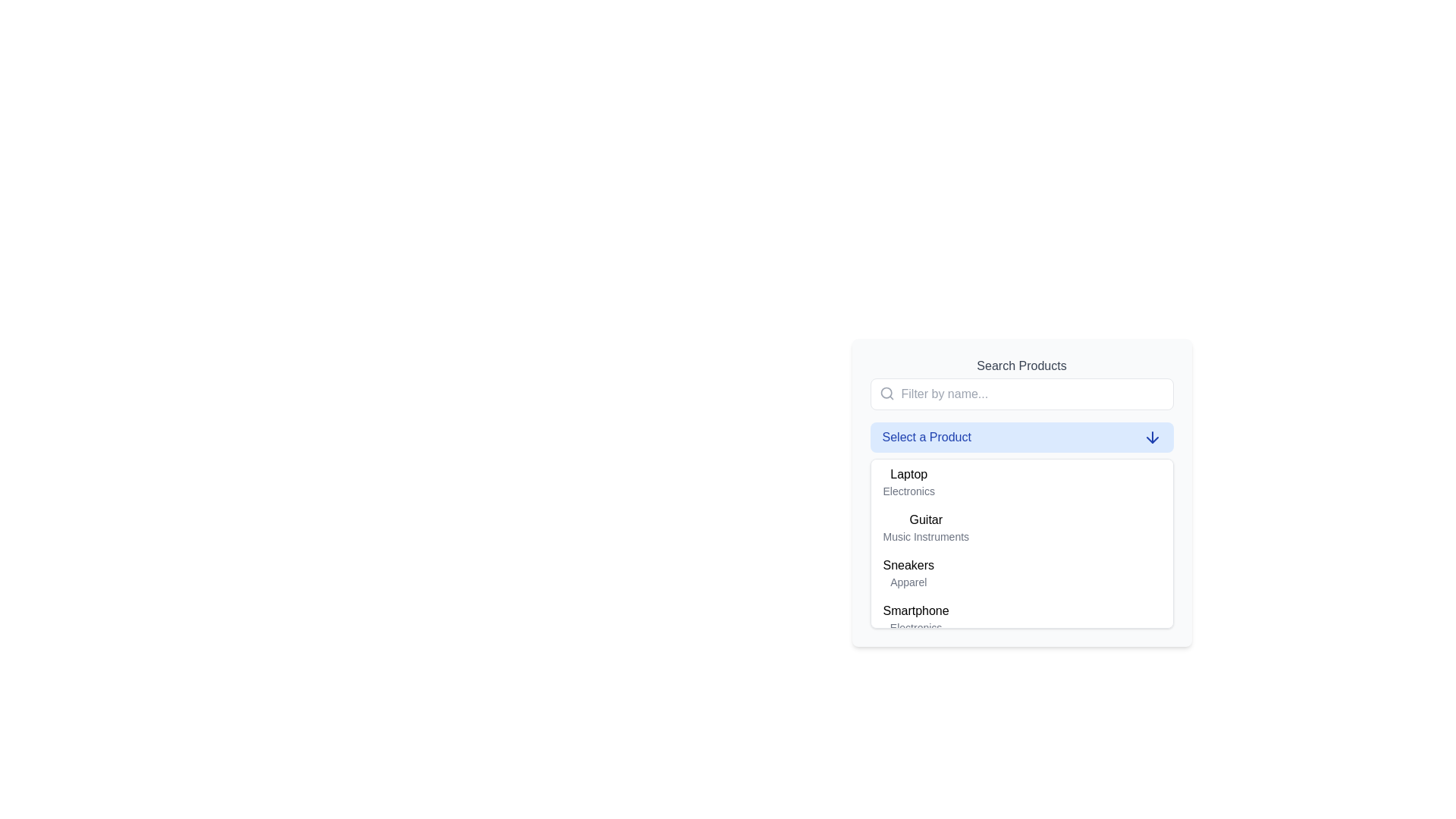 Image resolution: width=1456 pixels, height=819 pixels. I want to click on the 'Sneakers' option in the dropdown menu under 'Search Products', so click(1021, 573).